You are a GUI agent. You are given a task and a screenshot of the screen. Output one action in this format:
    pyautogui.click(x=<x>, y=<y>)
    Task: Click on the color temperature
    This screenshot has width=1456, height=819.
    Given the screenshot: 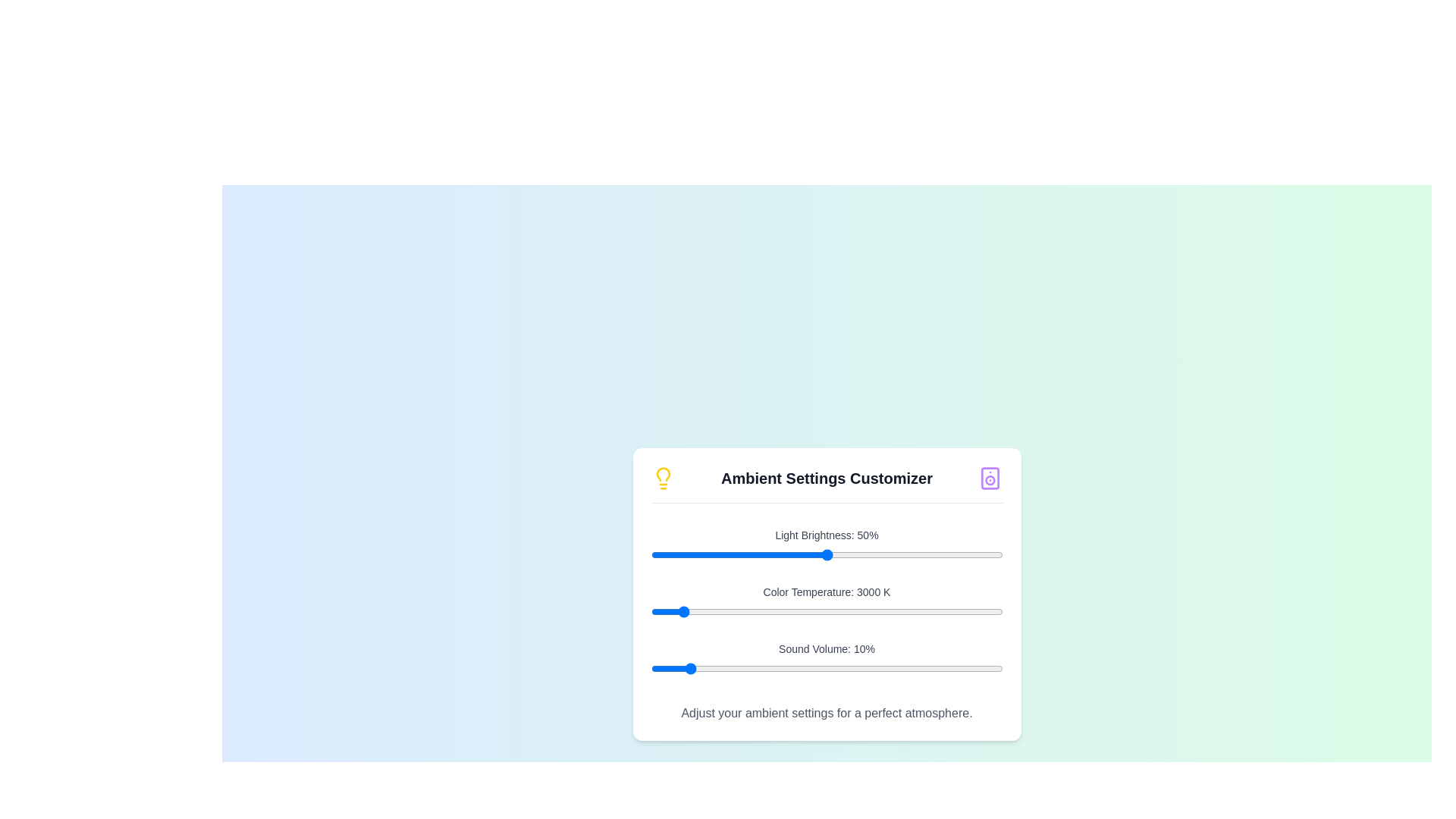 What is the action you would take?
    pyautogui.click(x=894, y=610)
    